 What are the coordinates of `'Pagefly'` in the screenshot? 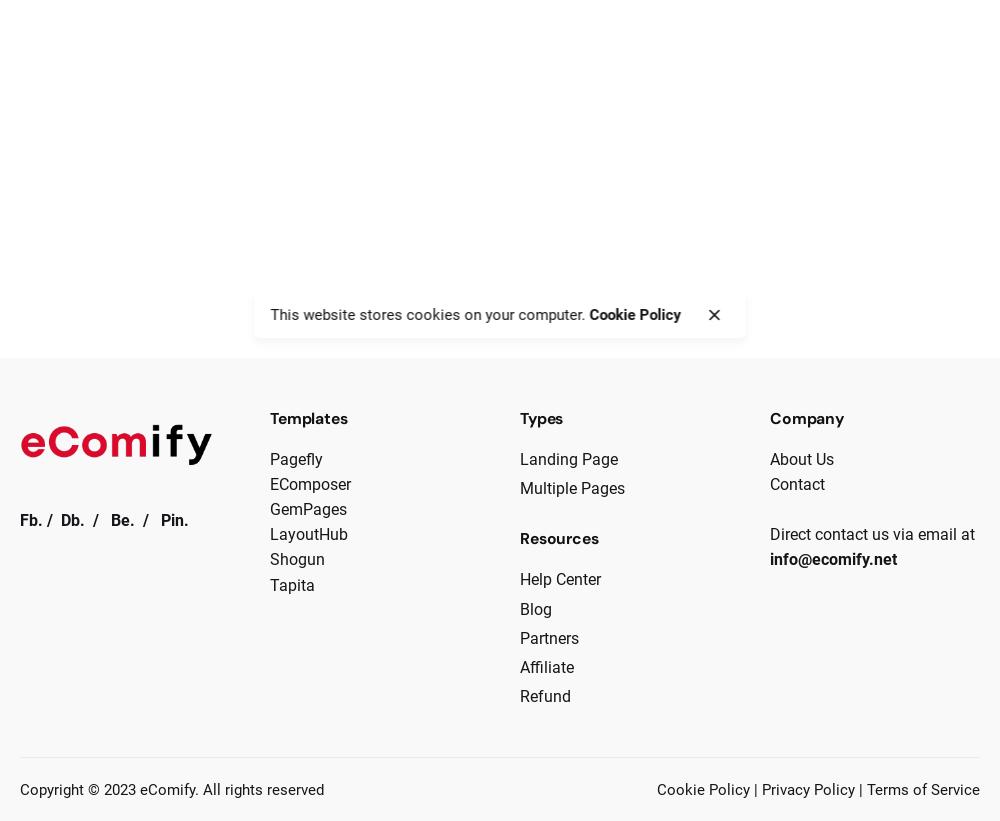 It's located at (296, 458).